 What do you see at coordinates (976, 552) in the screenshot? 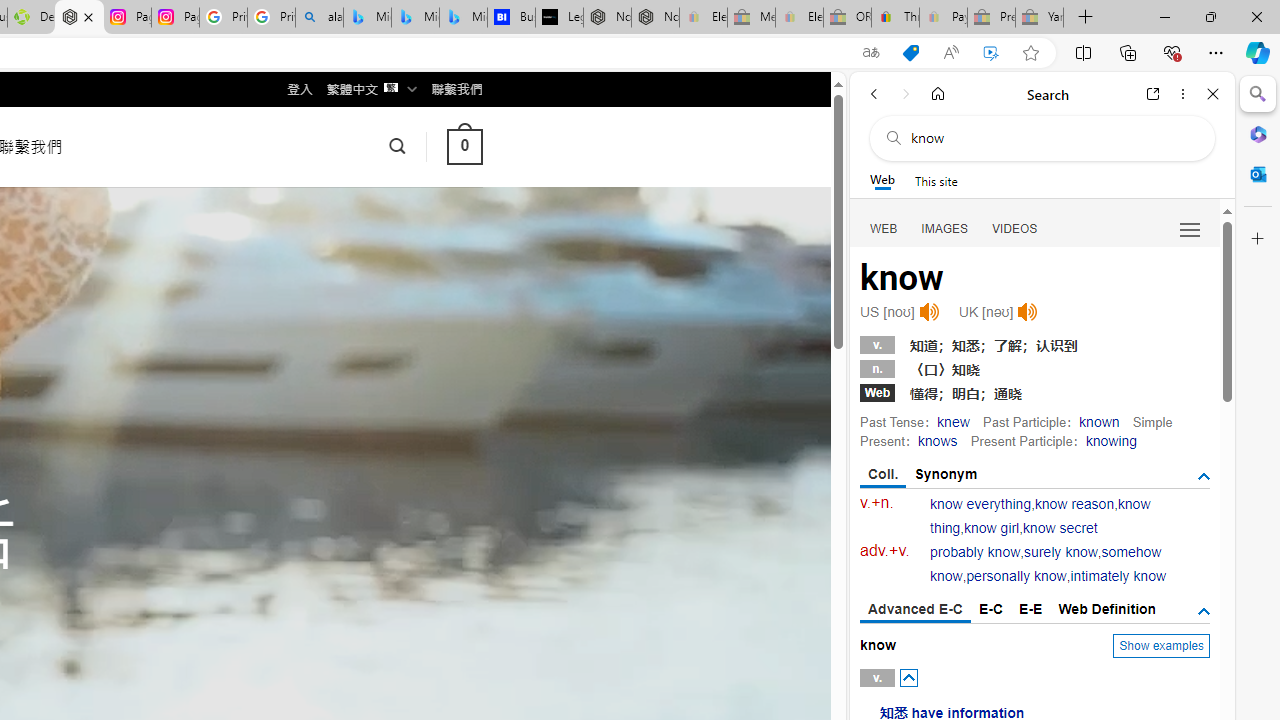
I see `'probably know'` at bounding box center [976, 552].